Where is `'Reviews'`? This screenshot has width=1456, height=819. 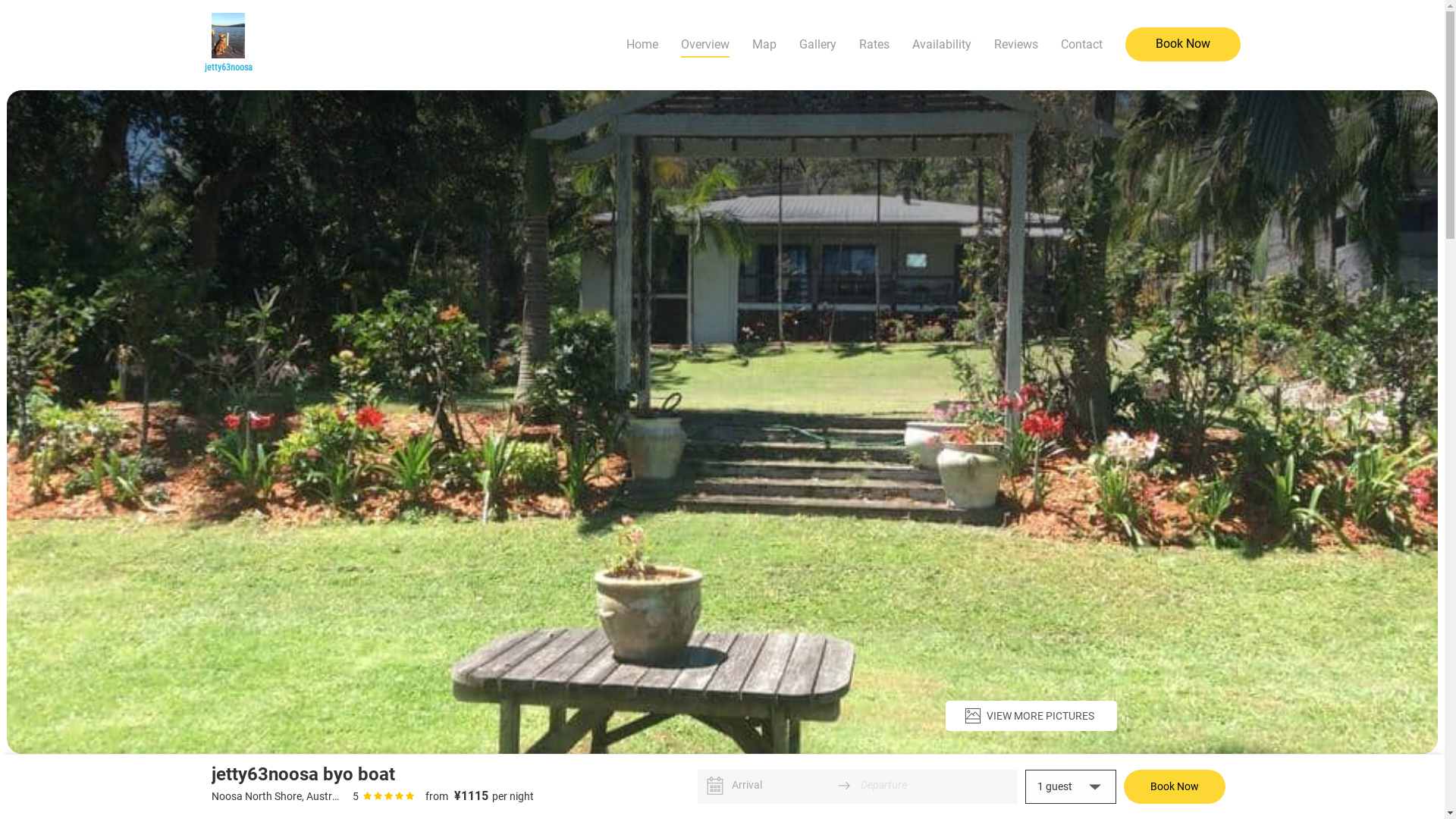
'Reviews' is located at coordinates (1015, 43).